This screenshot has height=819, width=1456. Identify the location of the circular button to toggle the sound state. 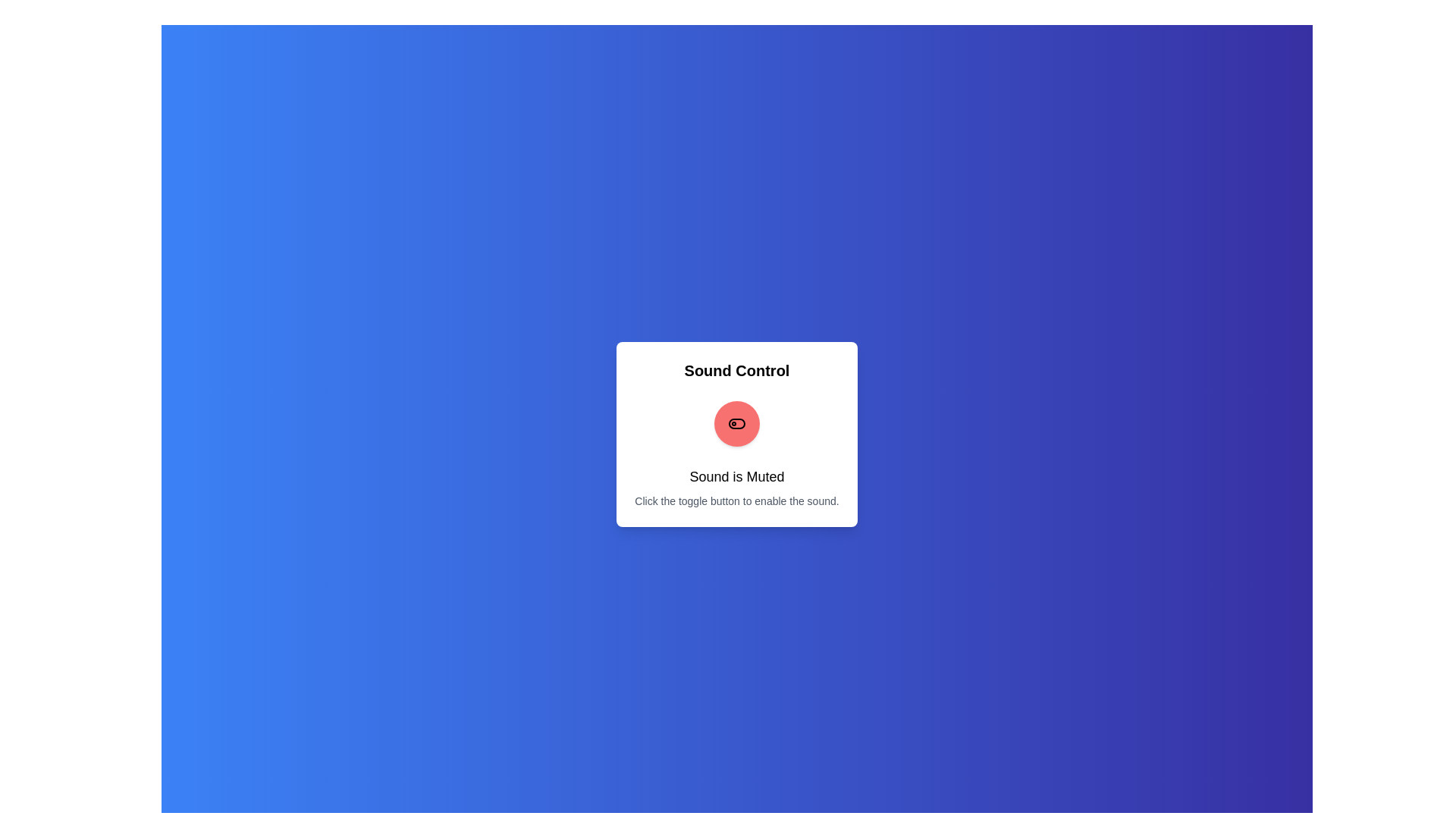
(736, 424).